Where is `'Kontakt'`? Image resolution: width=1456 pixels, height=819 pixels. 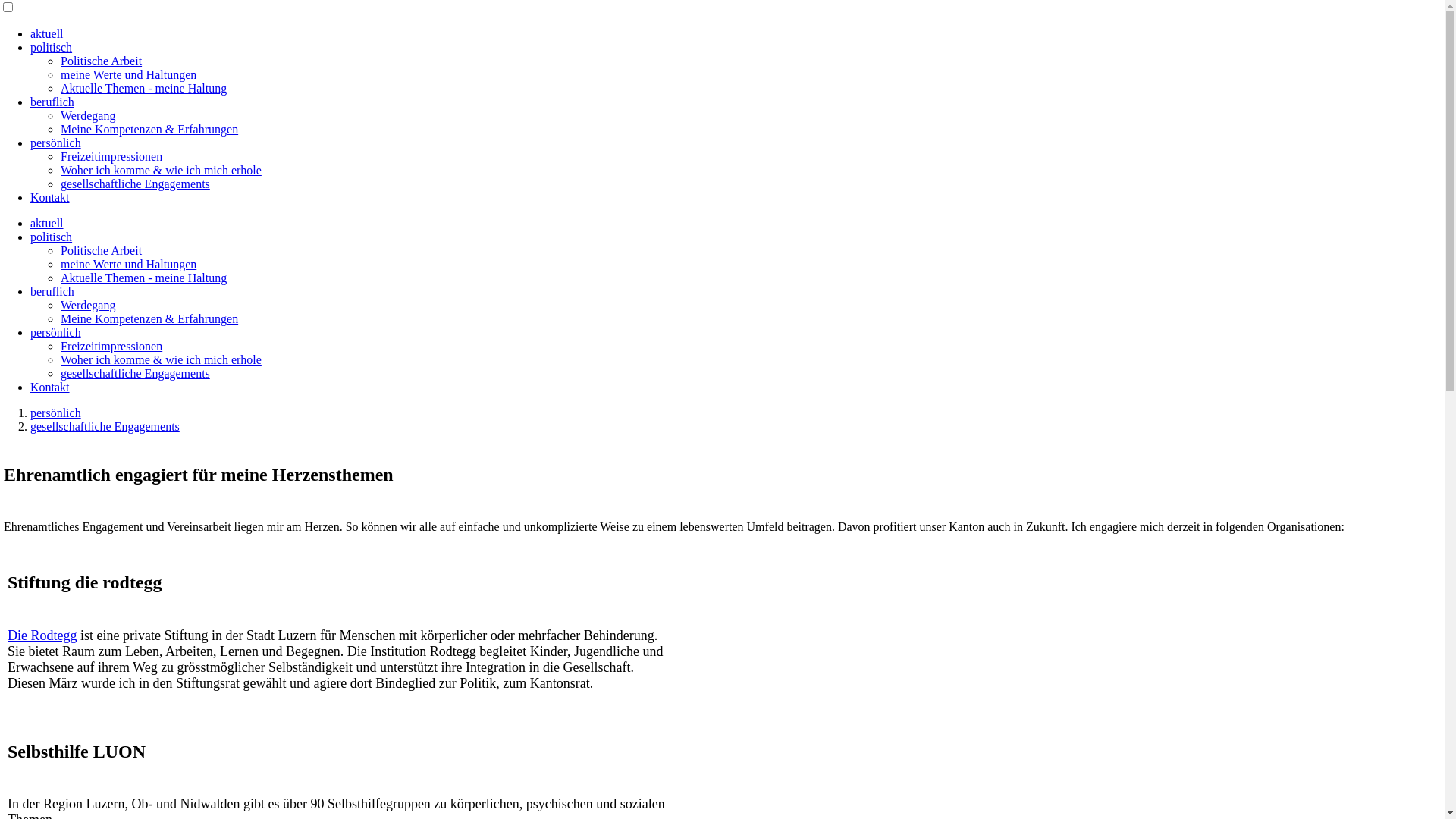
'Kontakt' is located at coordinates (50, 386).